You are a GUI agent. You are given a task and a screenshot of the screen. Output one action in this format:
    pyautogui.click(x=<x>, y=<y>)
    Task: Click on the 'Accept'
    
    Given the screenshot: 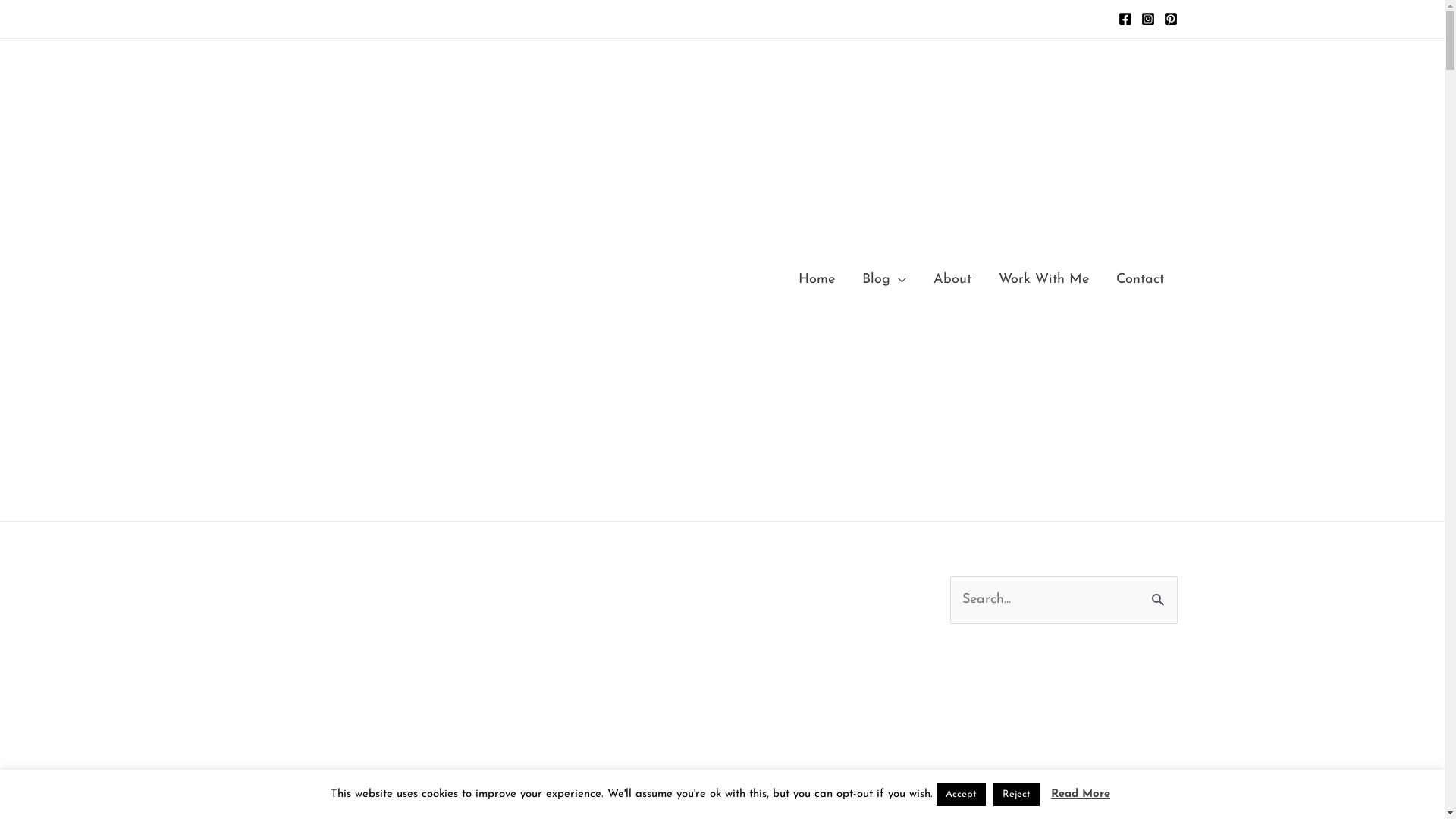 What is the action you would take?
    pyautogui.click(x=960, y=793)
    